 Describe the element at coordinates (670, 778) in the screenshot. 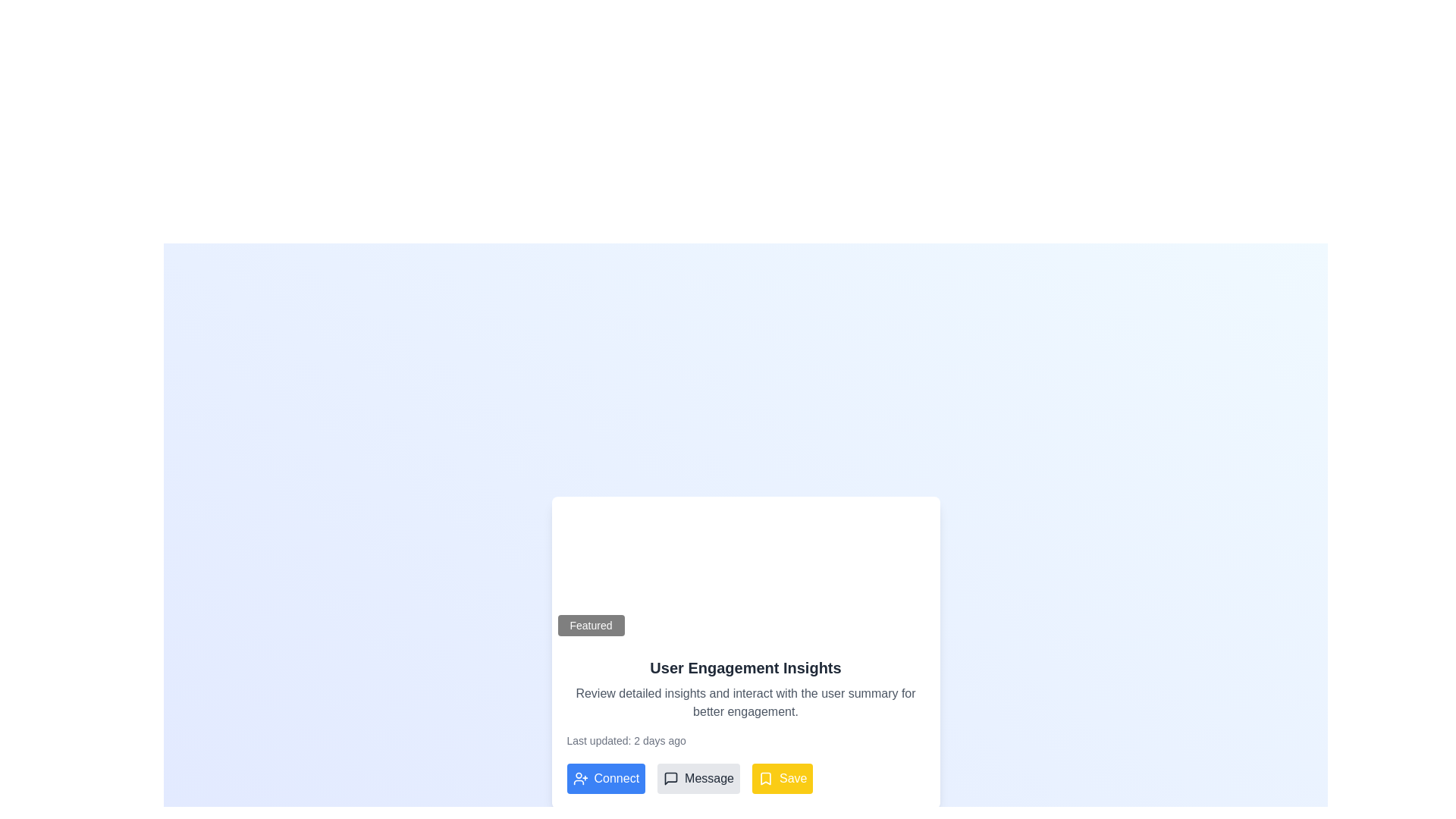

I see `the details of the 'Message' icon positioned within the 'Message' button located at the bottom of the card under 'User Engagement Insights'` at that location.